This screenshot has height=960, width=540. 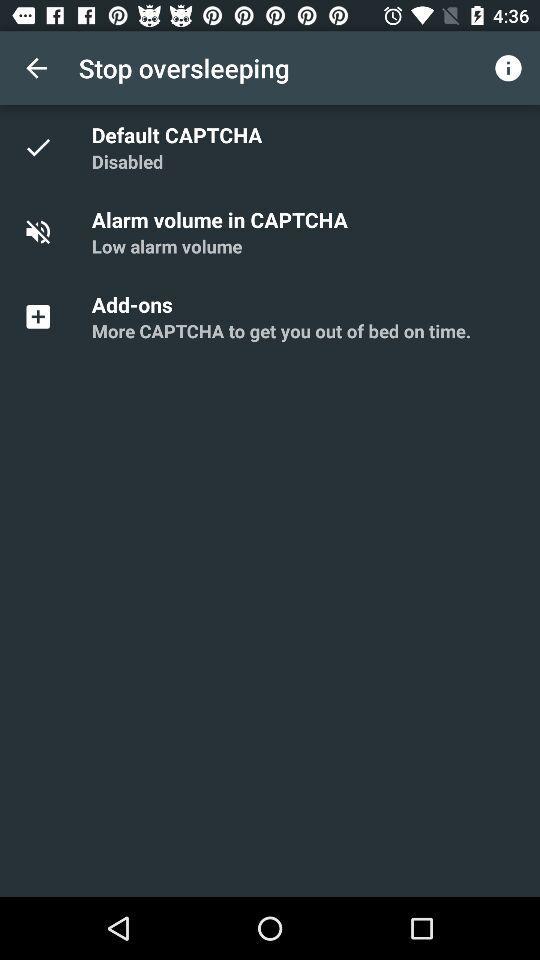 I want to click on item next to stop oversleeping, so click(x=36, y=68).